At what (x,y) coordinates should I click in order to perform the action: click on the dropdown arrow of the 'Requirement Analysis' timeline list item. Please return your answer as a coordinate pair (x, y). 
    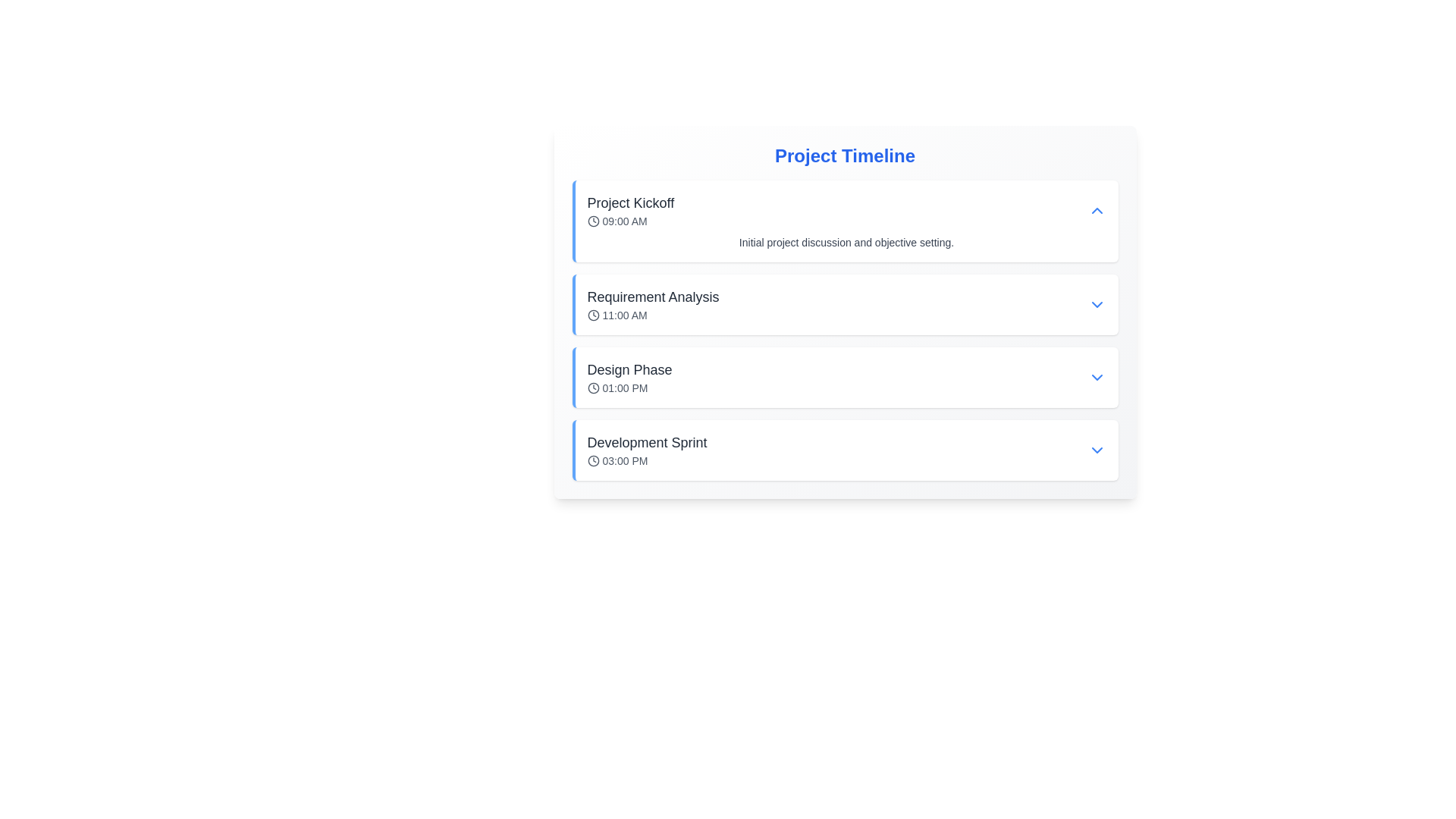
    Looking at the image, I should click on (844, 304).